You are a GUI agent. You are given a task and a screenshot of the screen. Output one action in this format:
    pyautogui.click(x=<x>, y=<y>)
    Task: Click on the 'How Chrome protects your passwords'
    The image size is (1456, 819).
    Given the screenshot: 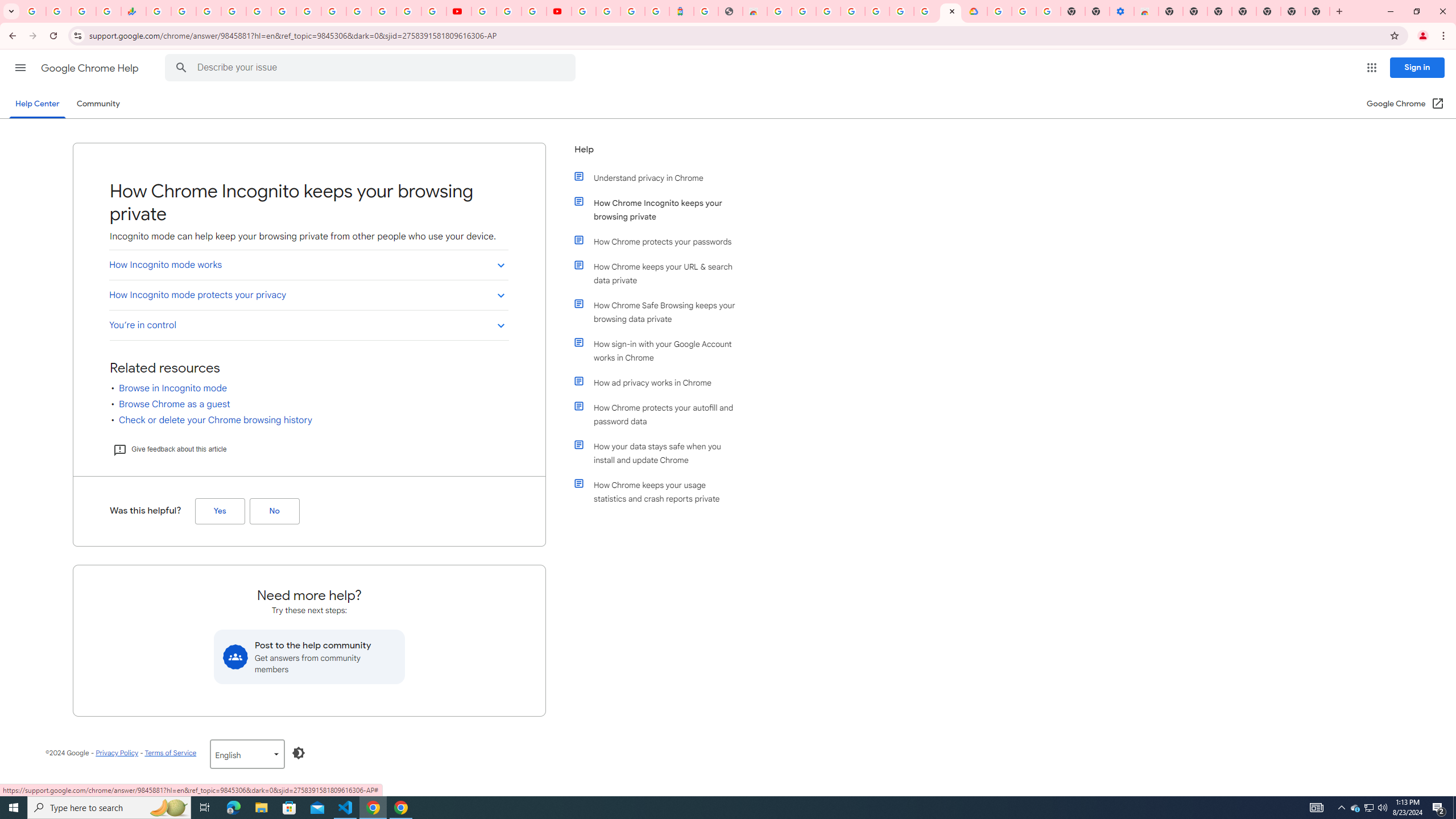 What is the action you would take?
    pyautogui.click(x=661, y=241)
    